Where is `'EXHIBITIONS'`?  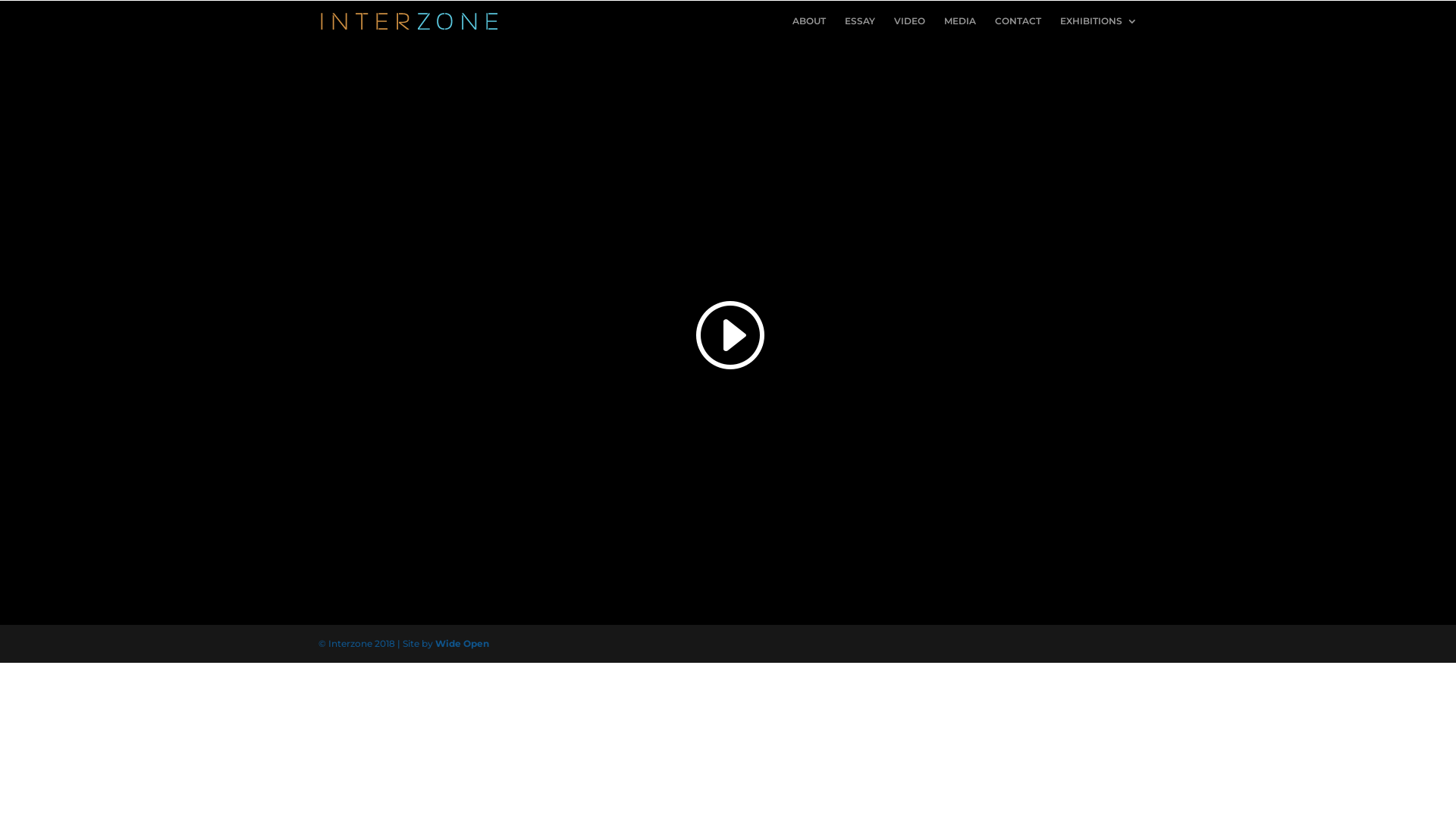 'EXHIBITIONS' is located at coordinates (1099, 29).